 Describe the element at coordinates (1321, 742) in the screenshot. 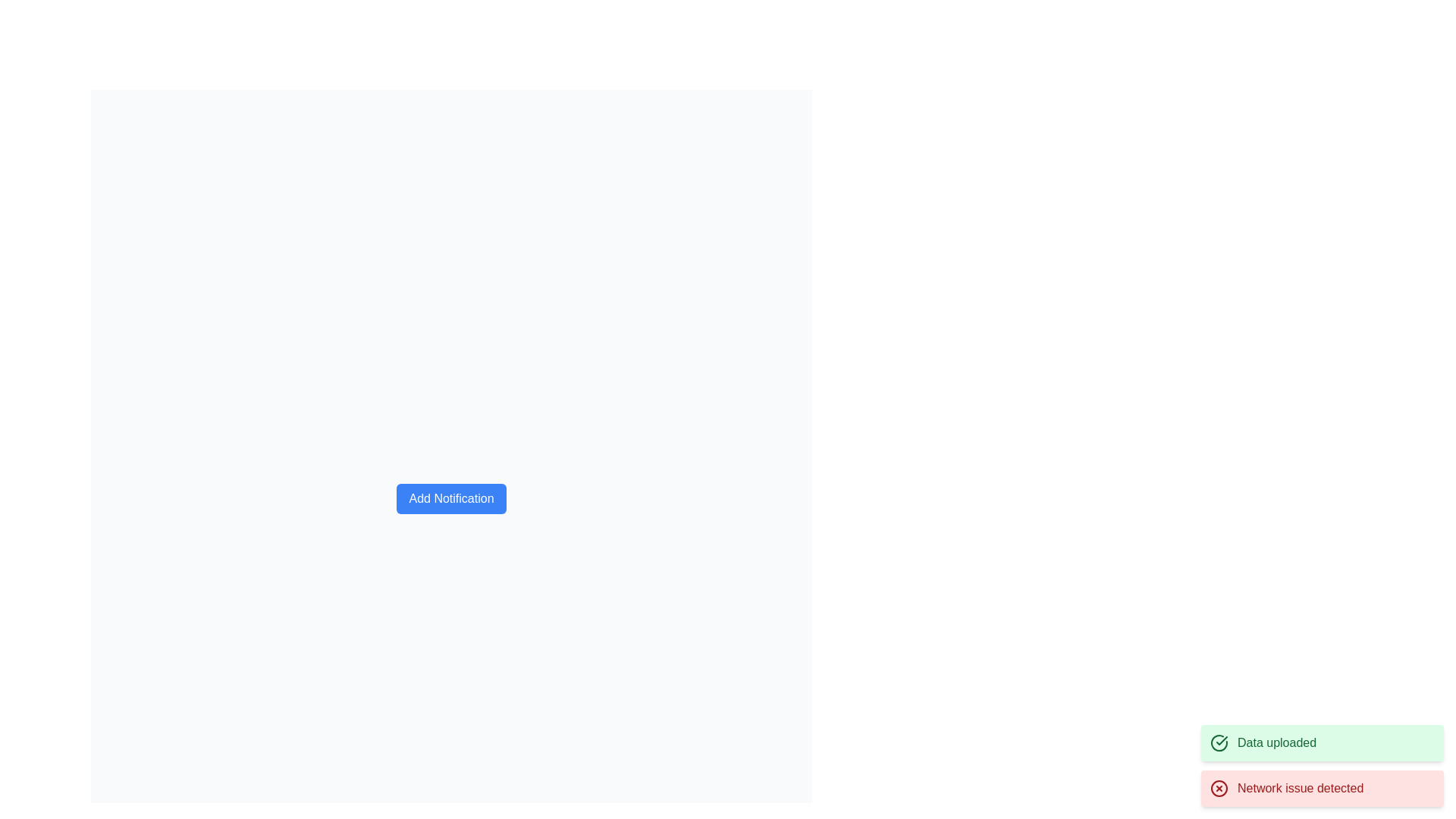

I see `the static notification banner that indicates the successful completion of a data upload process, located at the bottom-right corner of the interface` at that location.